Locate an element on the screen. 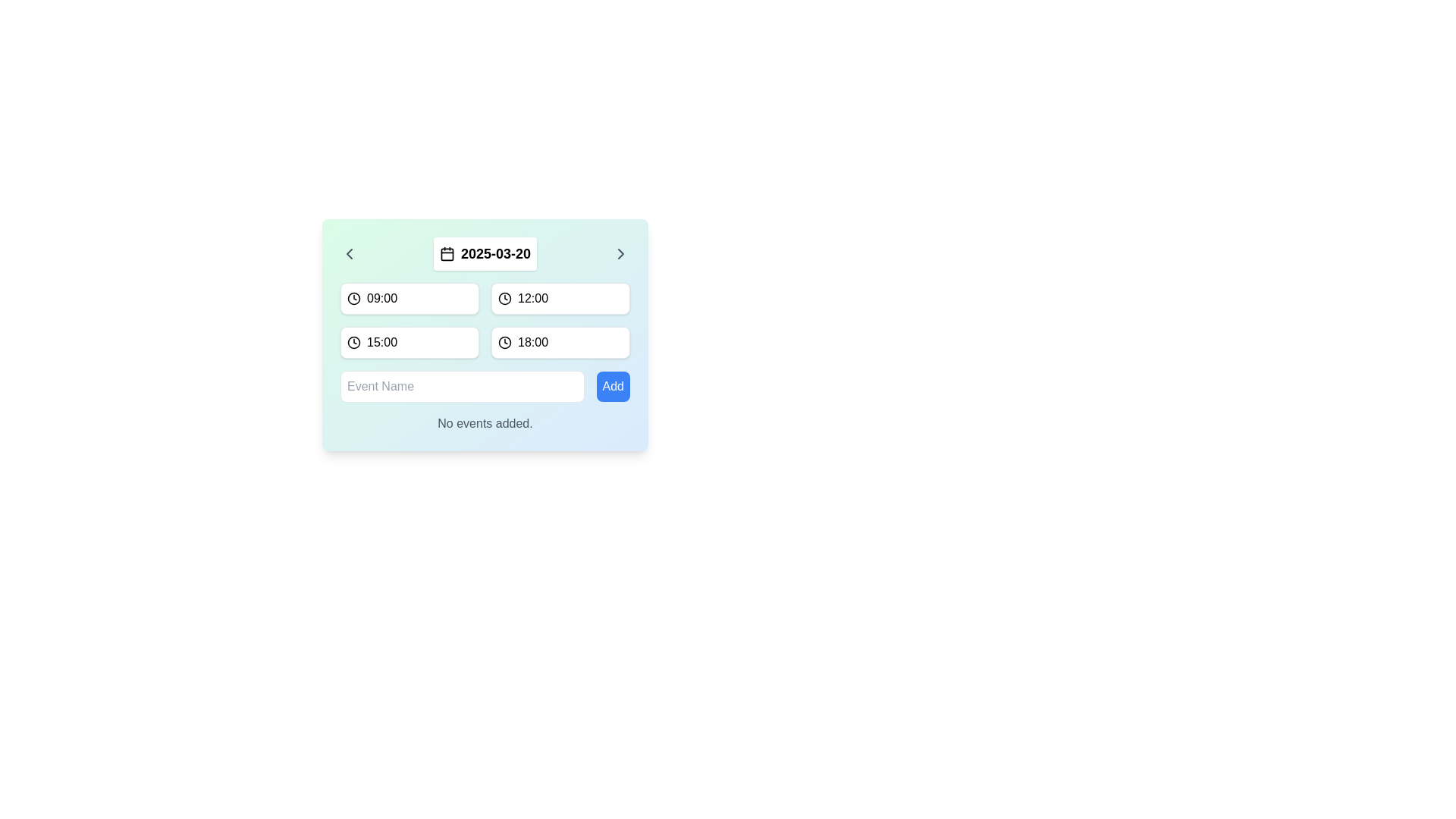 This screenshot has height=819, width=1456. the SVG Circle that serves as the main body of the clock icon, located to the left of the '09:00' text input field is located at coordinates (353, 298).